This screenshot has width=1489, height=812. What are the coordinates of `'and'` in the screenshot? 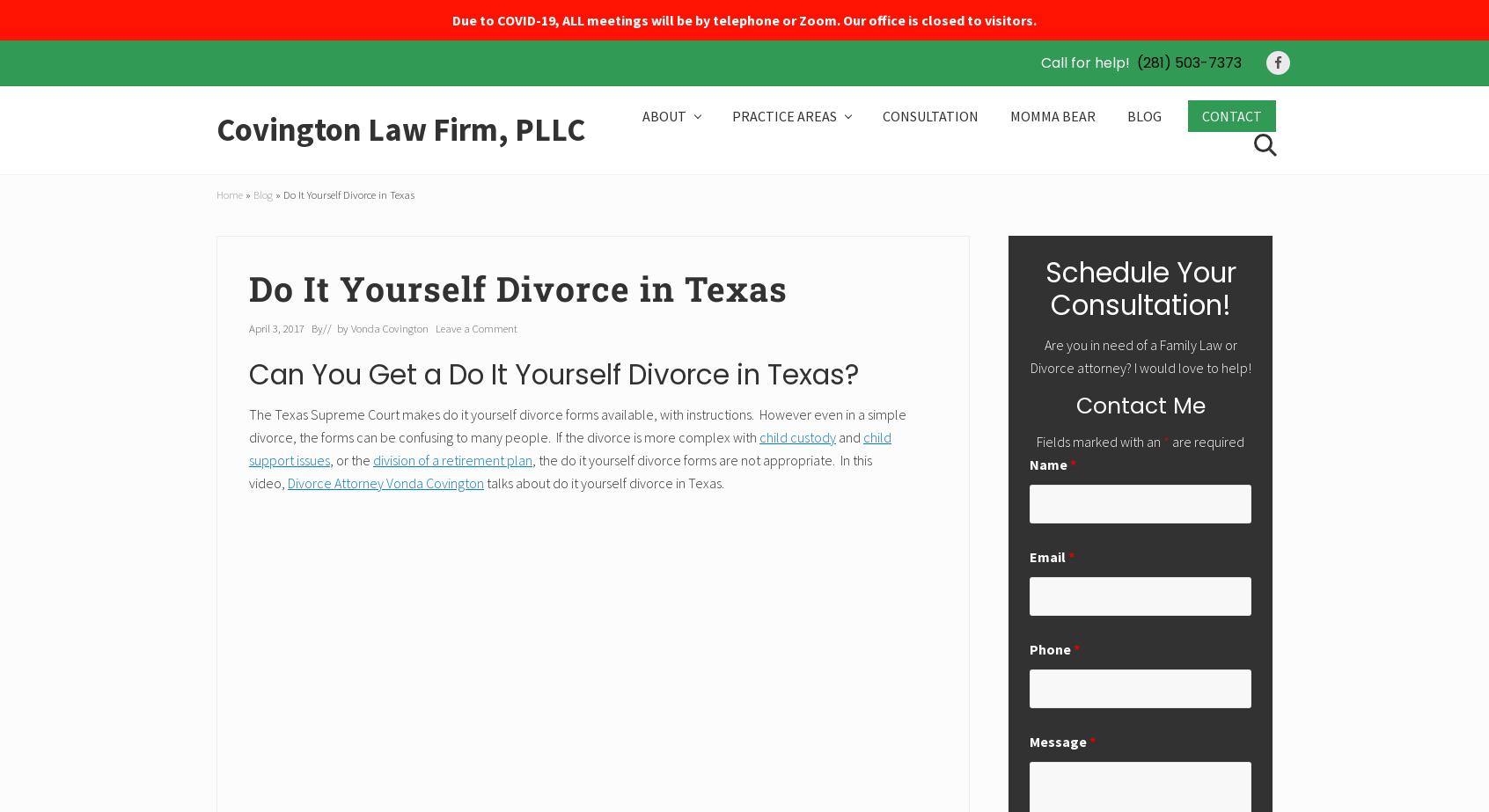 It's located at (836, 435).